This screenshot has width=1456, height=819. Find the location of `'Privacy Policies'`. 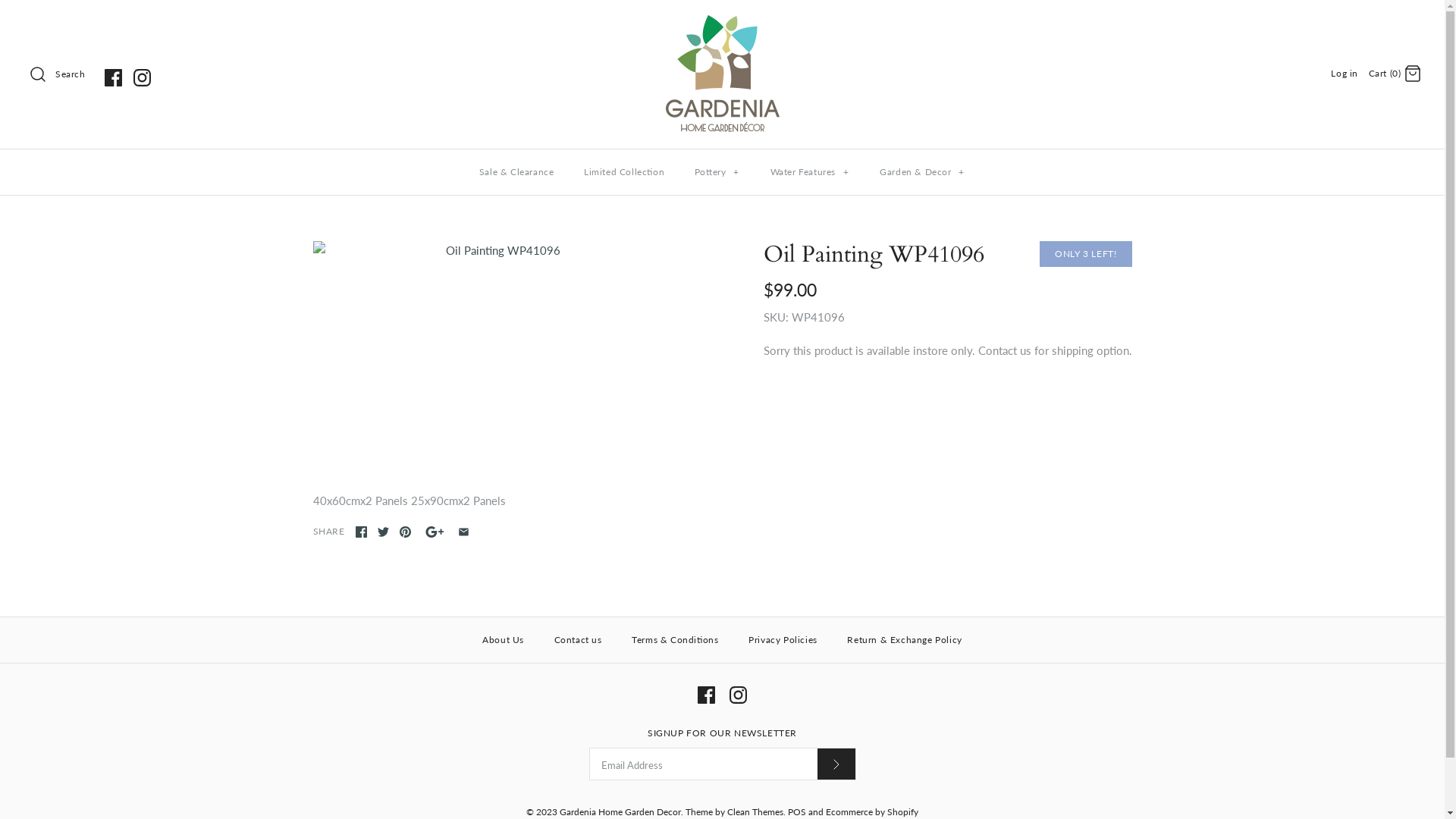

'Privacy Policies' is located at coordinates (783, 640).